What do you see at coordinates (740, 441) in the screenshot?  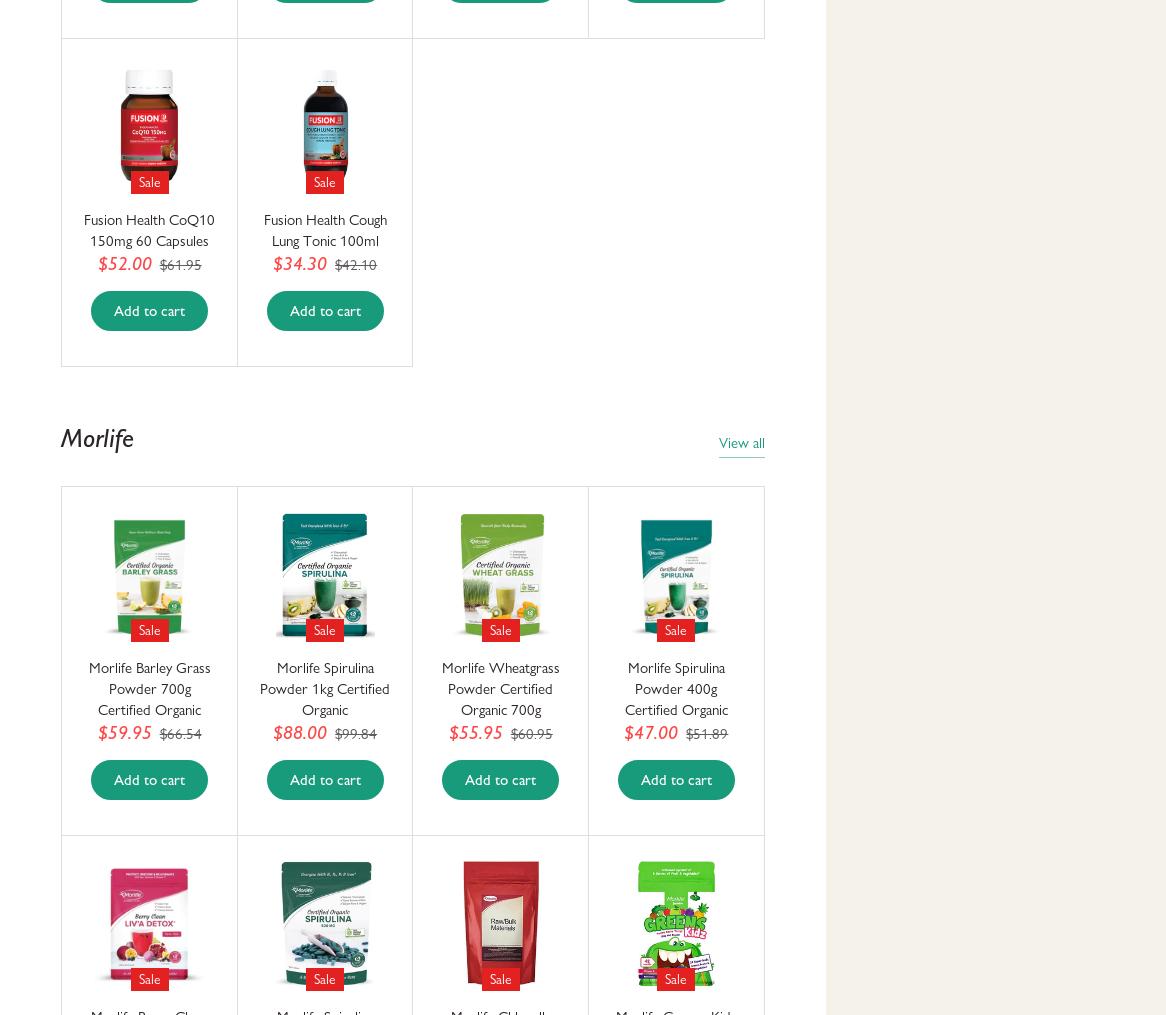 I see `'View all'` at bounding box center [740, 441].